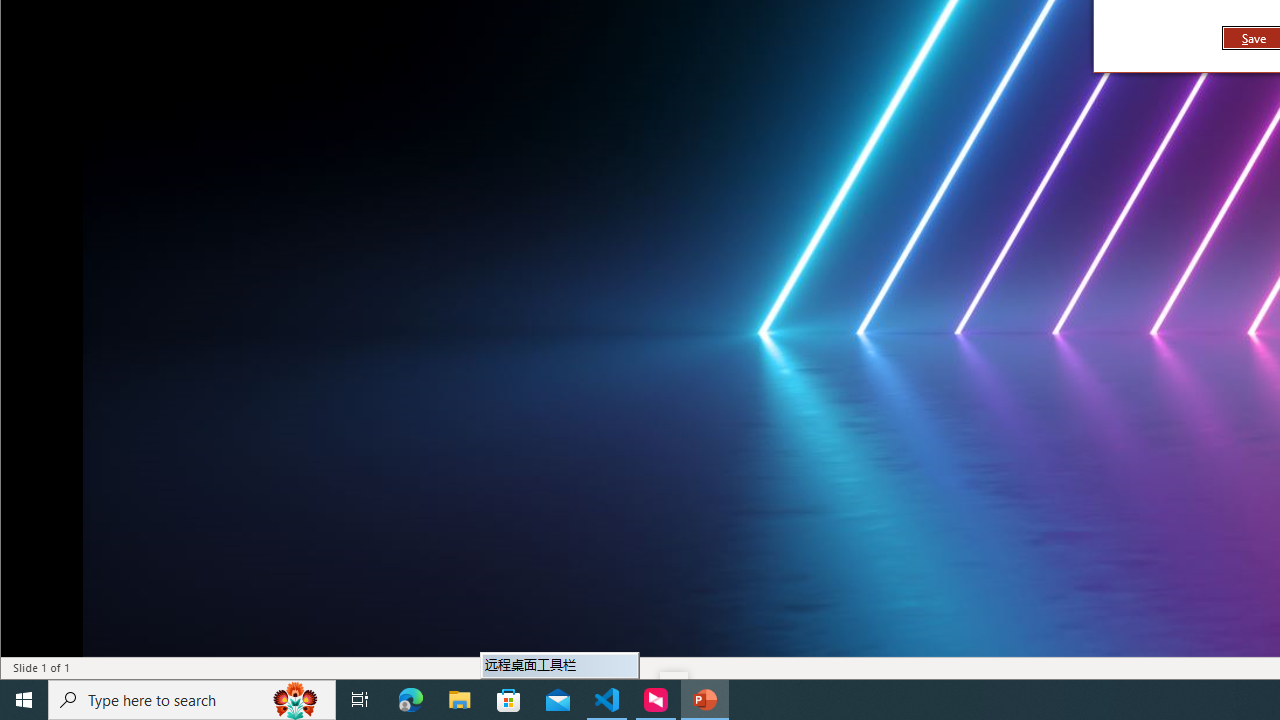 Image resolution: width=1280 pixels, height=720 pixels. What do you see at coordinates (359, 698) in the screenshot?
I see `'Task View'` at bounding box center [359, 698].